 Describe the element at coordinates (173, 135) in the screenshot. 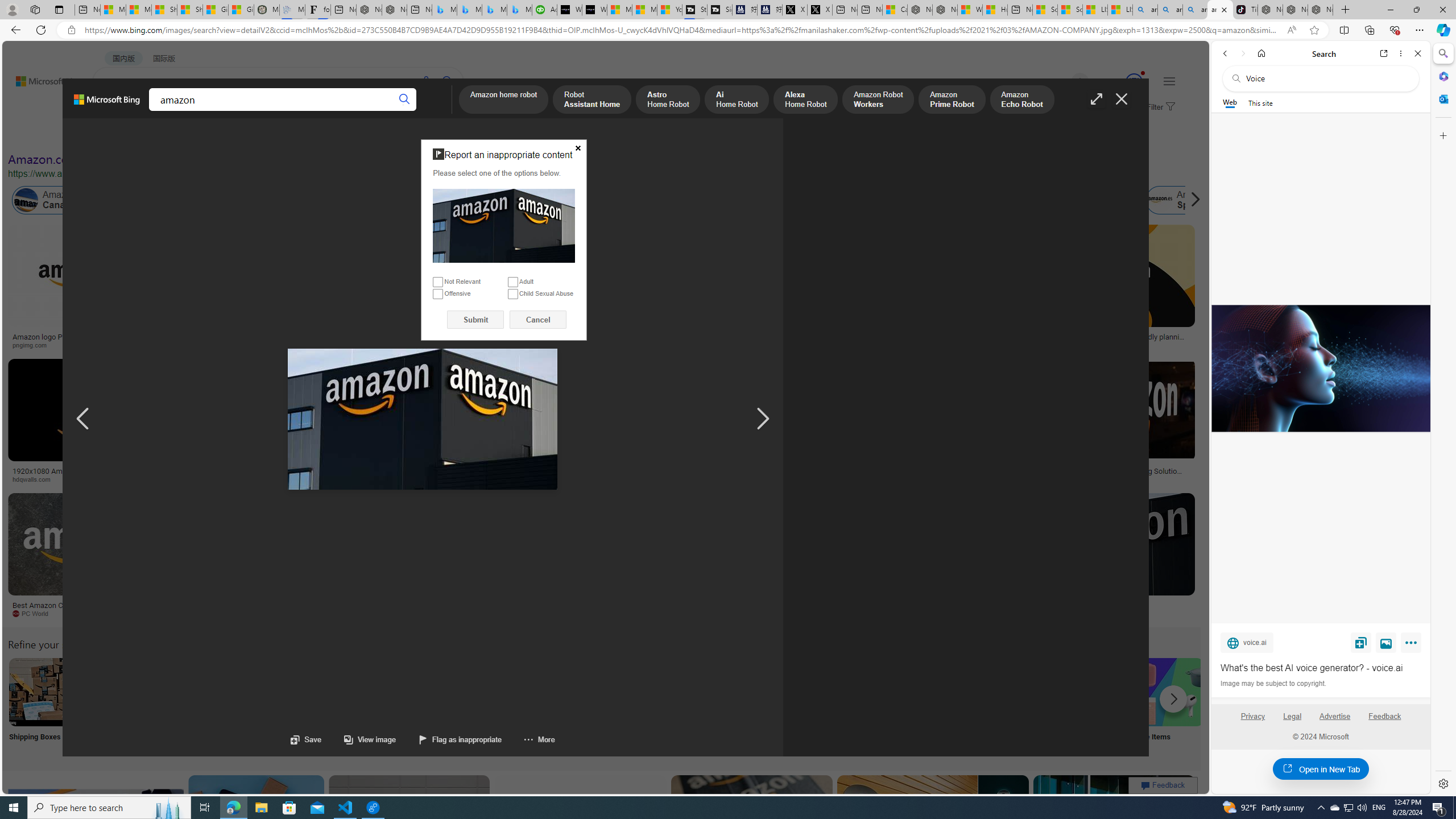

I see `'Color'` at that location.